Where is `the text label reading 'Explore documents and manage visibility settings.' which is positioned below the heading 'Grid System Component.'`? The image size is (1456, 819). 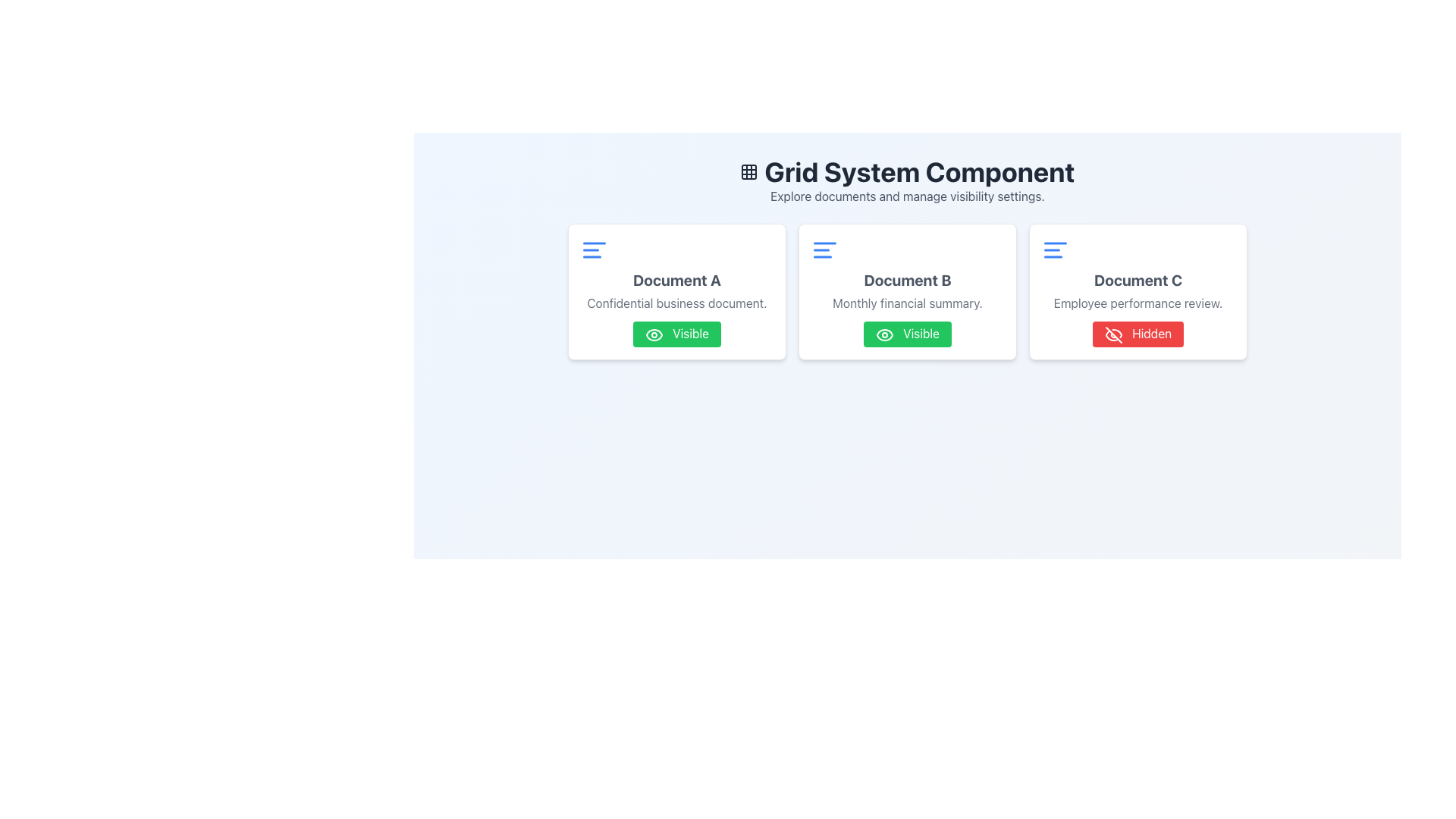 the text label reading 'Explore documents and manage visibility settings.' which is positioned below the heading 'Grid System Component.' is located at coordinates (907, 195).